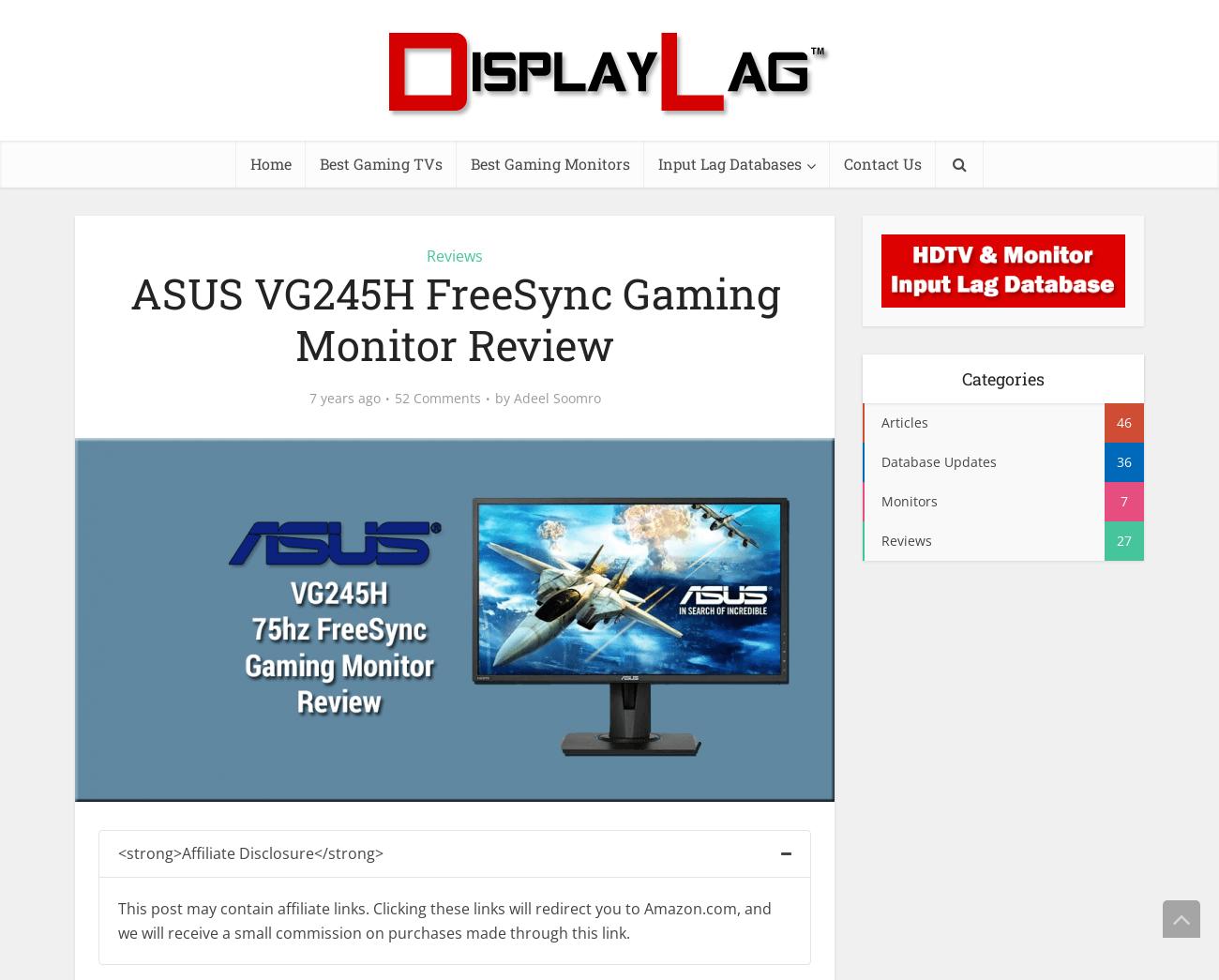 This screenshot has width=1219, height=980. Describe the element at coordinates (904, 422) in the screenshot. I see `'Articles'` at that location.